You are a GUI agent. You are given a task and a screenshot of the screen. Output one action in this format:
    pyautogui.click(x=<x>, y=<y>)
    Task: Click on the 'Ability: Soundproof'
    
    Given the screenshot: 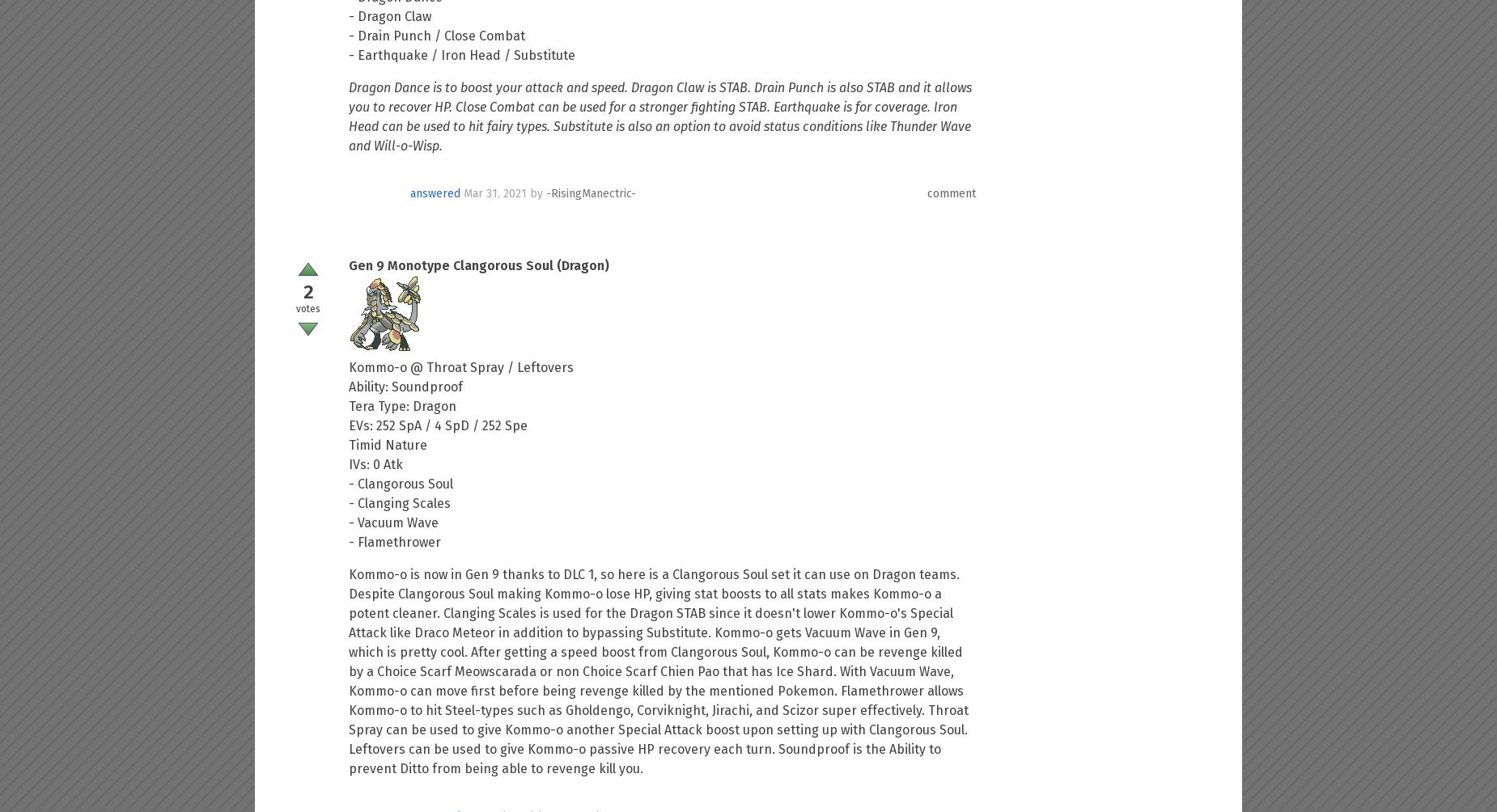 What is the action you would take?
    pyautogui.click(x=405, y=386)
    